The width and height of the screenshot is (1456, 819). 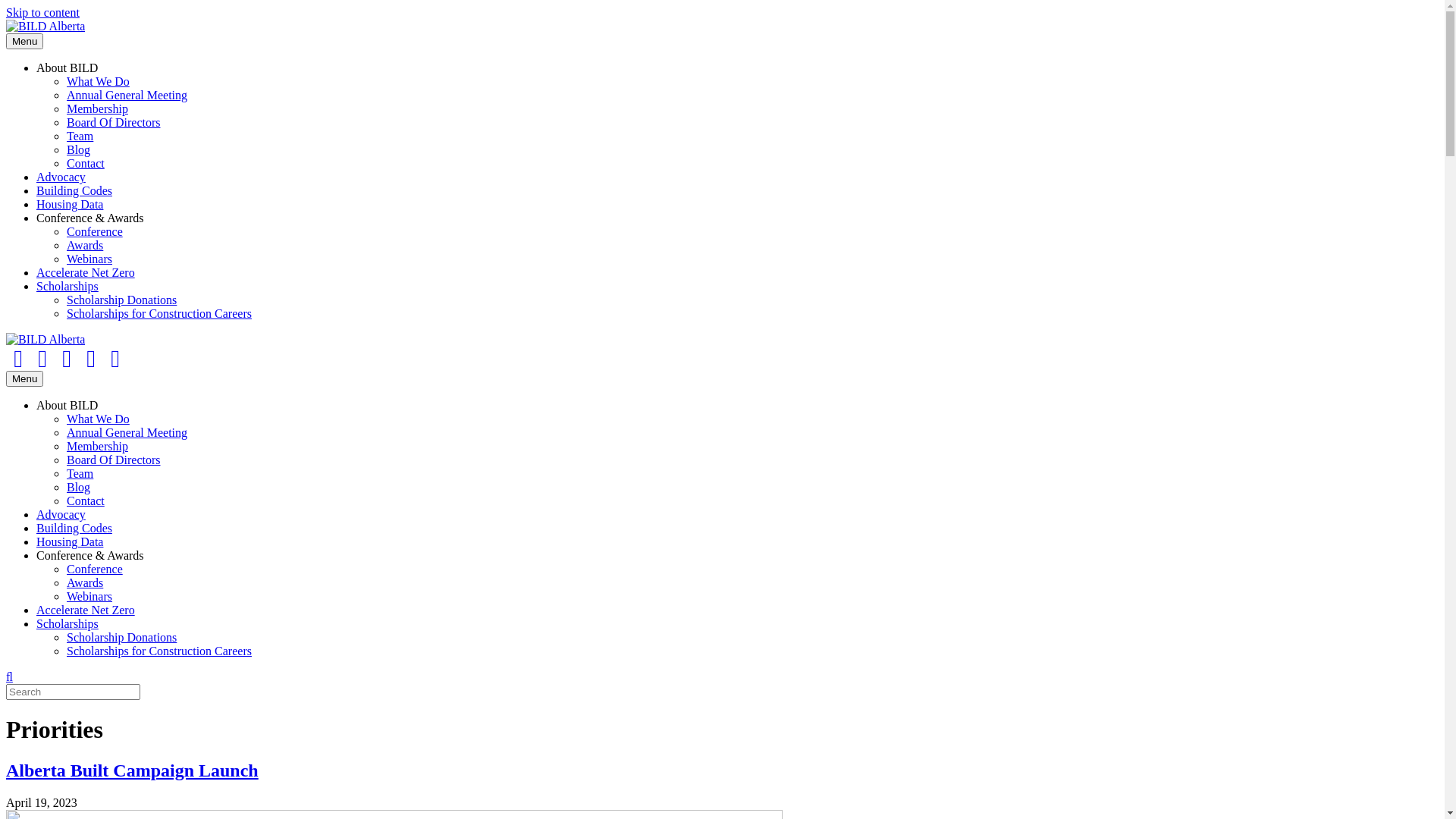 I want to click on 'Skip to content', so click(x=42, y=12).